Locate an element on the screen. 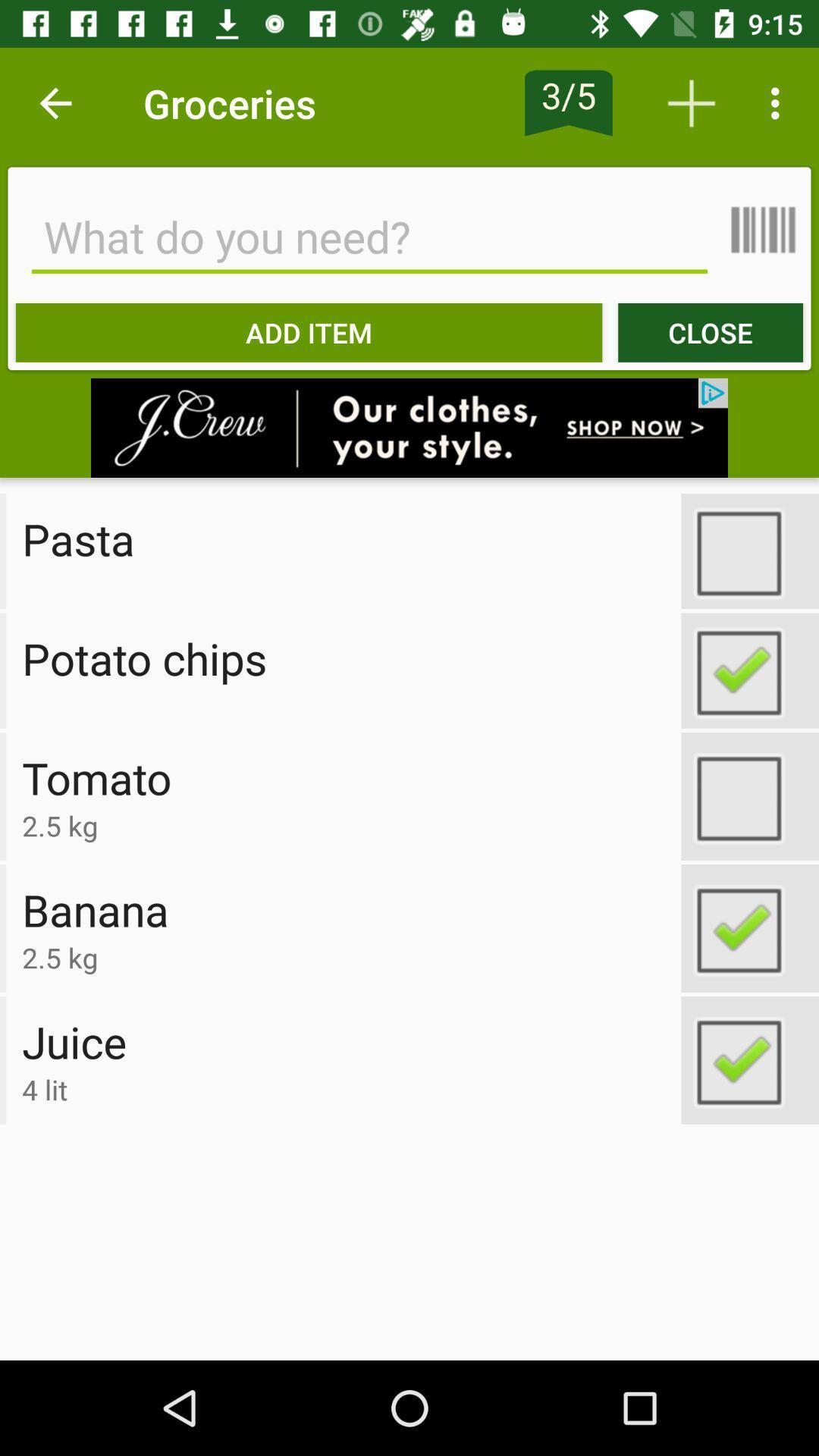 Image resolution: width=819 pixels, height=1456 pixels. advertisement is located at coordinates (409, 427).